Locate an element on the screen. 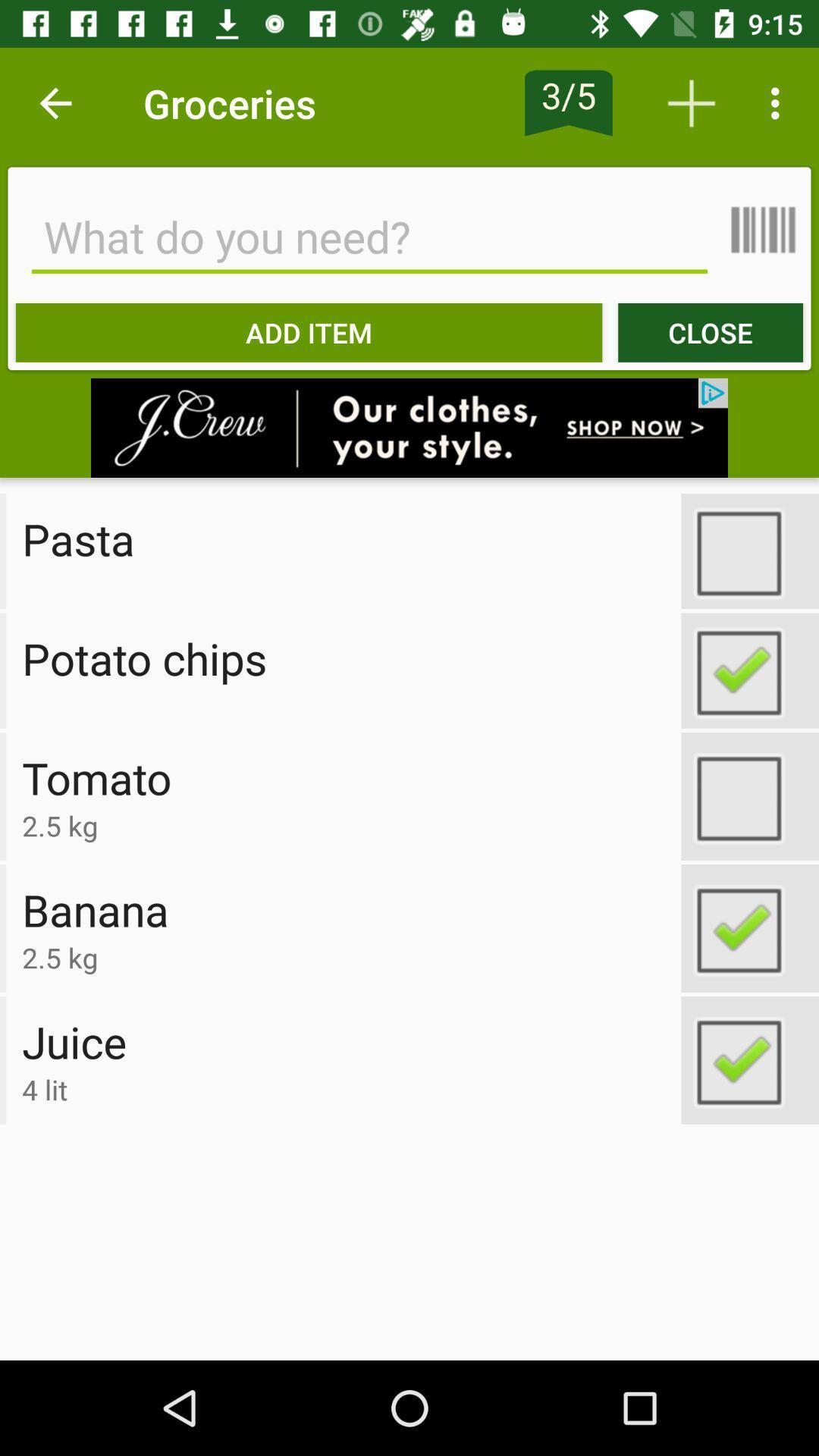 Image resolution: width=819 pixels, height=1456 pixels. advertisement is located at coordinates (409, 427).